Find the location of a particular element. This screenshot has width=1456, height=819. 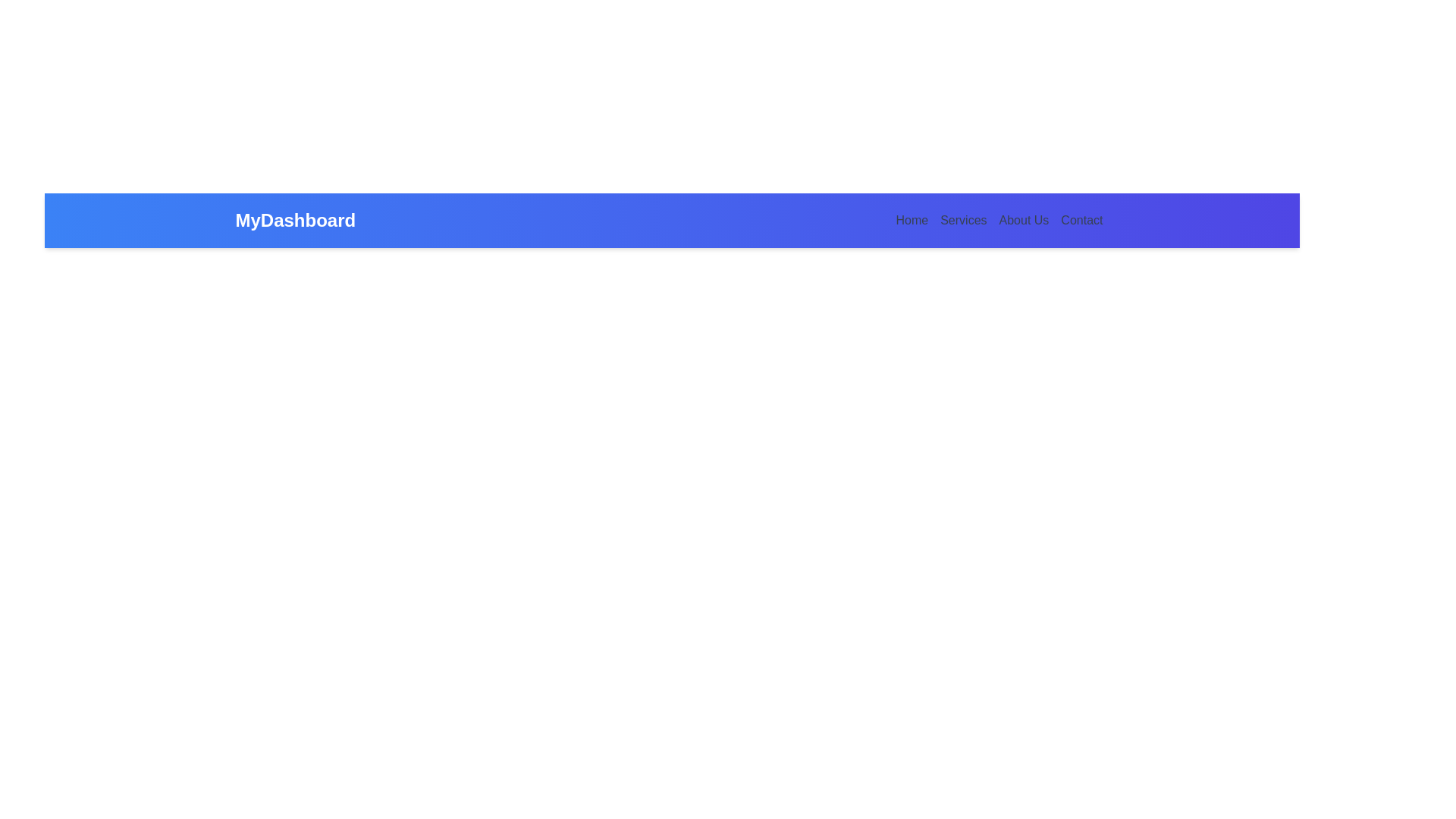

the second navigational link in the horizontal navigation bar is located at coordinates (962, 220).